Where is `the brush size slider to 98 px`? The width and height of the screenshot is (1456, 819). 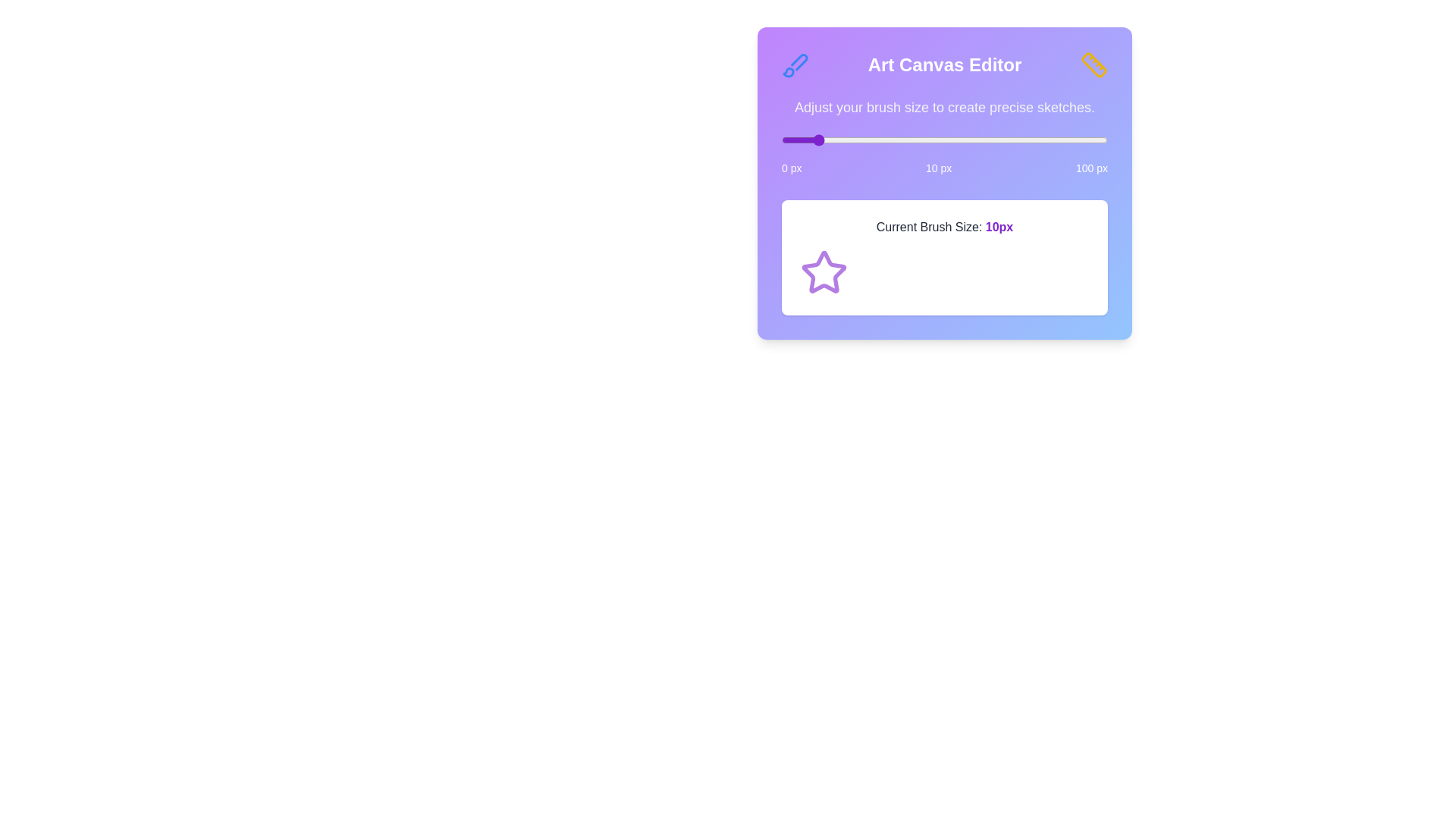
the brush size slider to 98 px is located at coordinates (1101, 140).